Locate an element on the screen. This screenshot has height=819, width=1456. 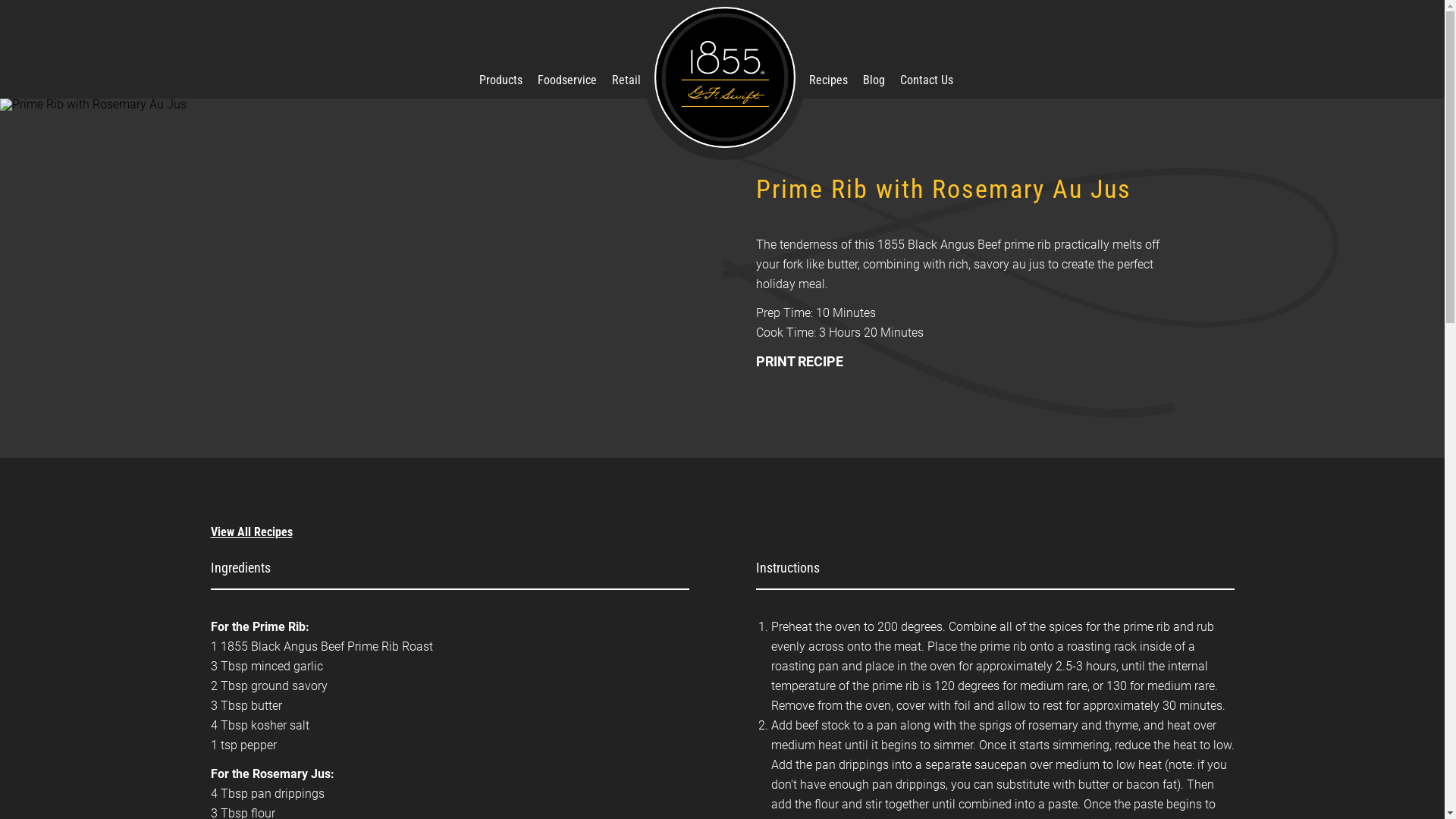
'Recipes' is located at coordinates (807, 80).